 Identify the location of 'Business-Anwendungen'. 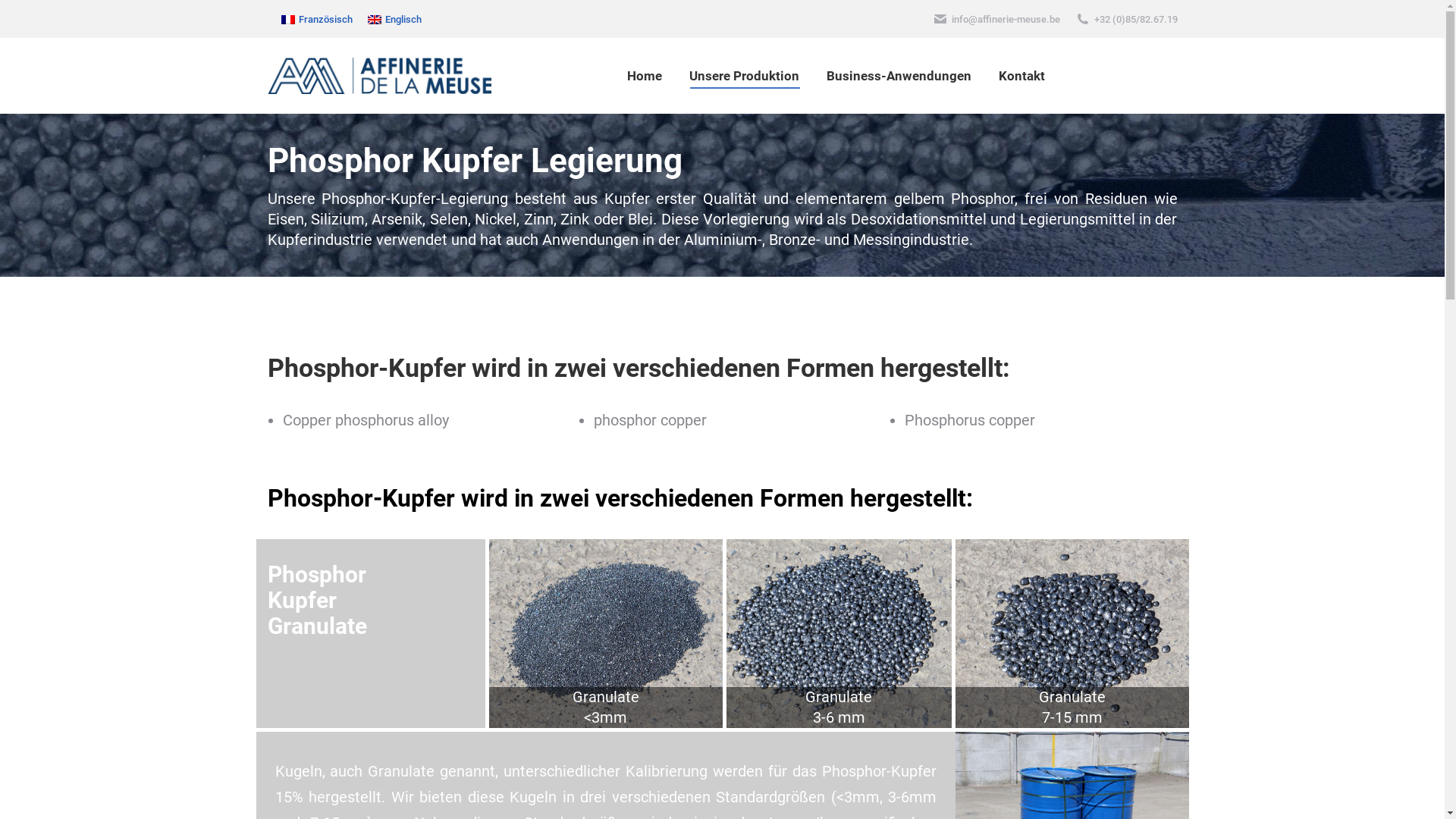
(899, 76).